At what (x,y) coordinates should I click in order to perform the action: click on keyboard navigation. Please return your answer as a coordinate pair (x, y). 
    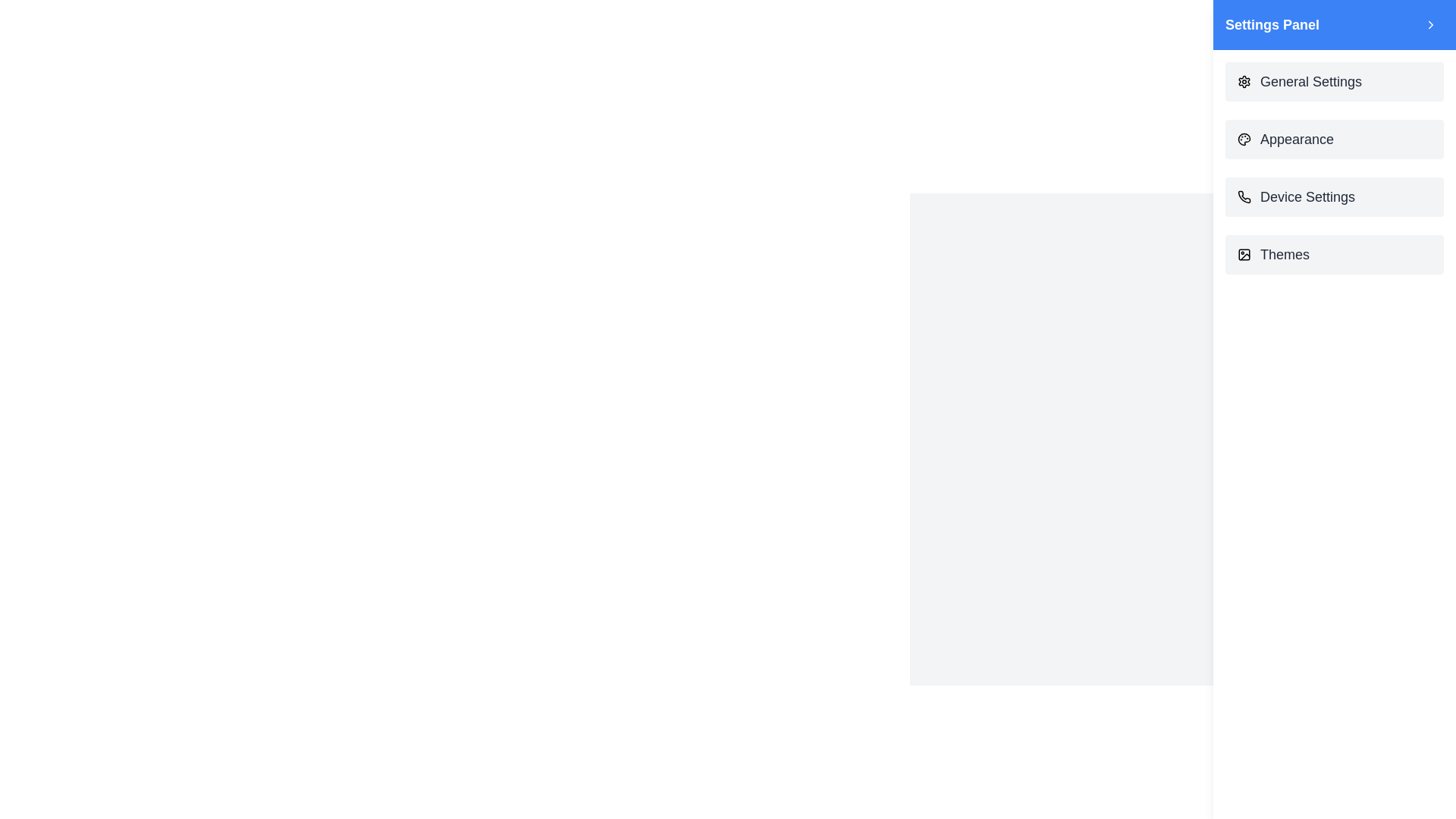
    Looking at the image, I should click on (1335, 253).